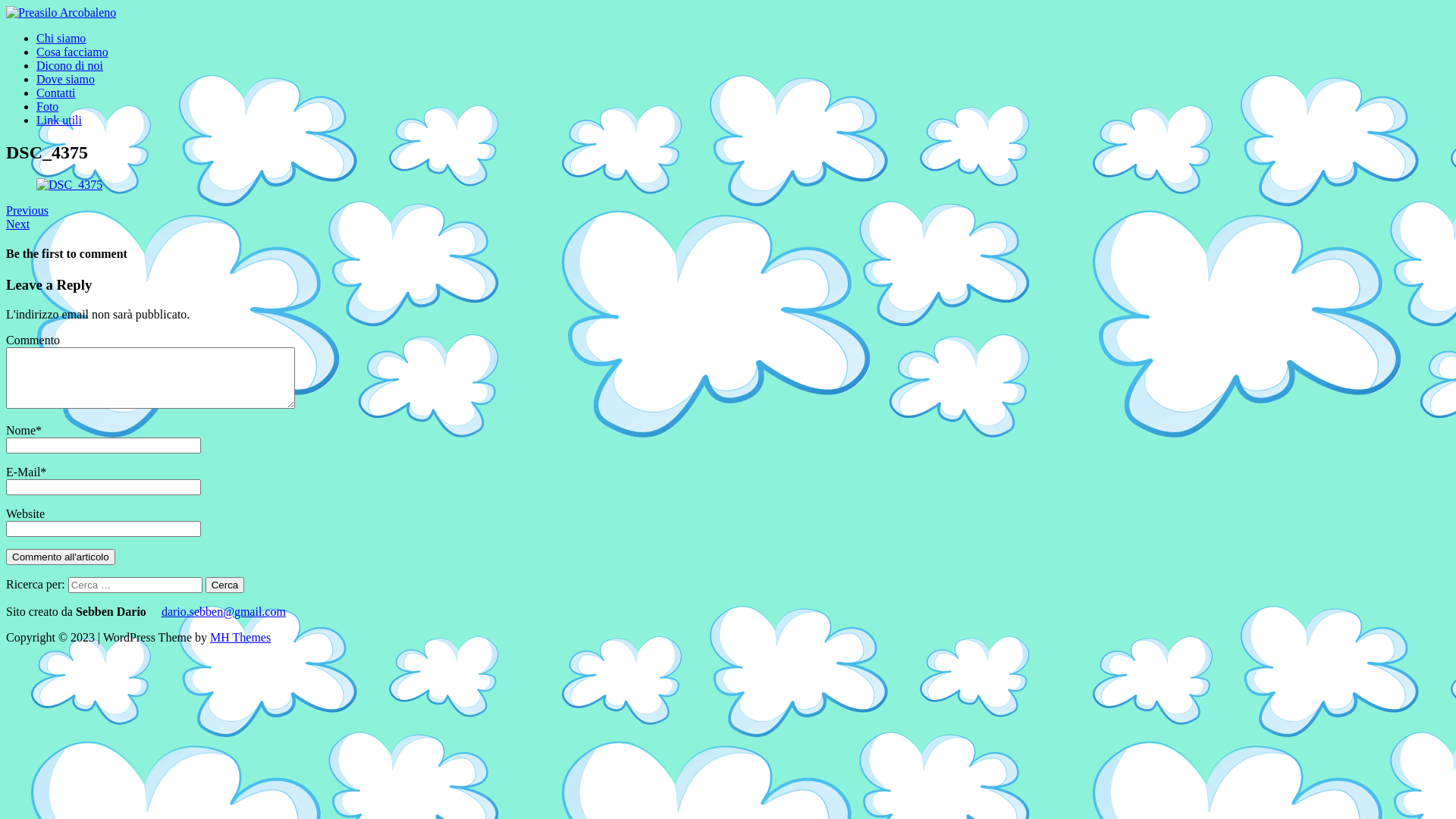 The height and width of the screenshot is (819, 1456). Describe the element at coordinates (224, 584) in the screenshot. I see `'Cerca'` at that location.